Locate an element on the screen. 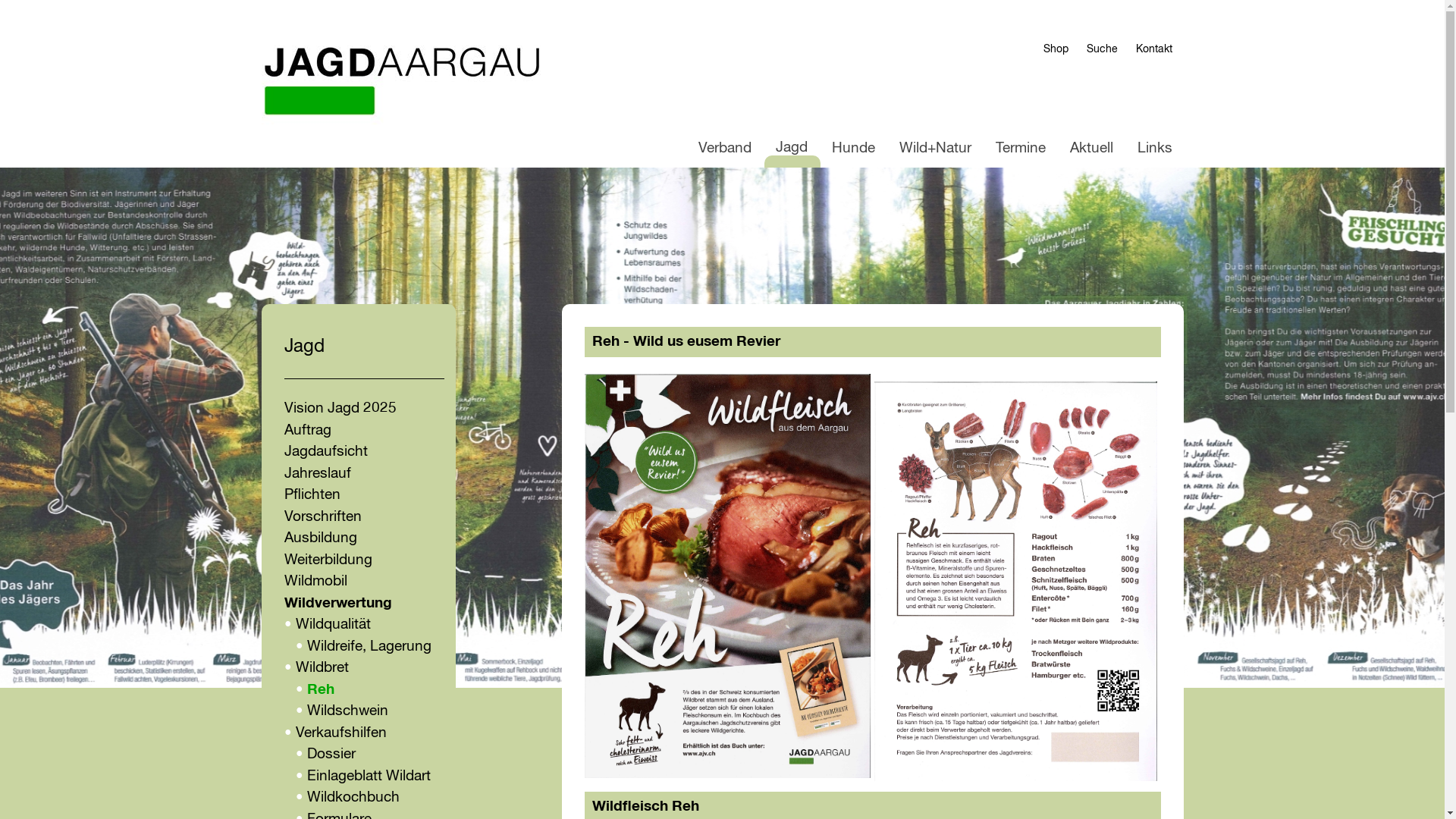 The height and width of the screenshot is (819, 1456). 'Shop' is located at coordinates (1043, 49).